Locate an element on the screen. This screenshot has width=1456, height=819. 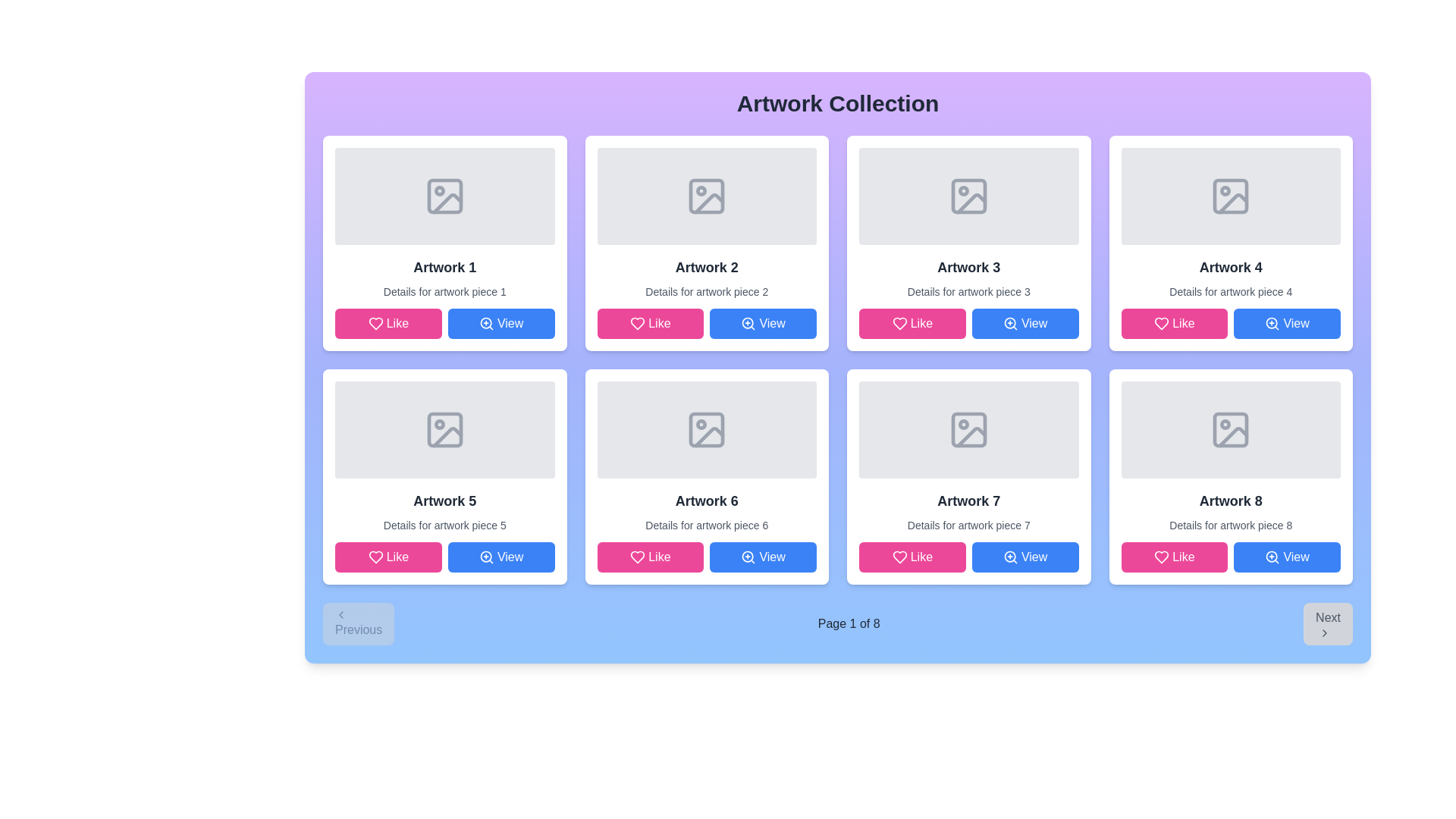
the Text label that displays the current page information (Page 1 of 8) located in the pagination control bar at the bottom of the page is located at coordinates (848, 623).